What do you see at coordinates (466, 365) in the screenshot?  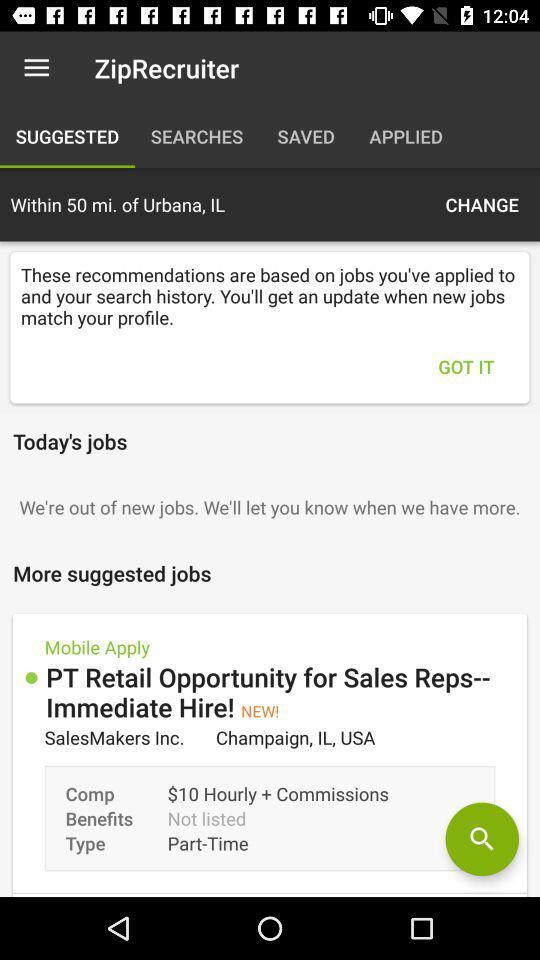 I see `the got it` at bounding box center [466, 365].